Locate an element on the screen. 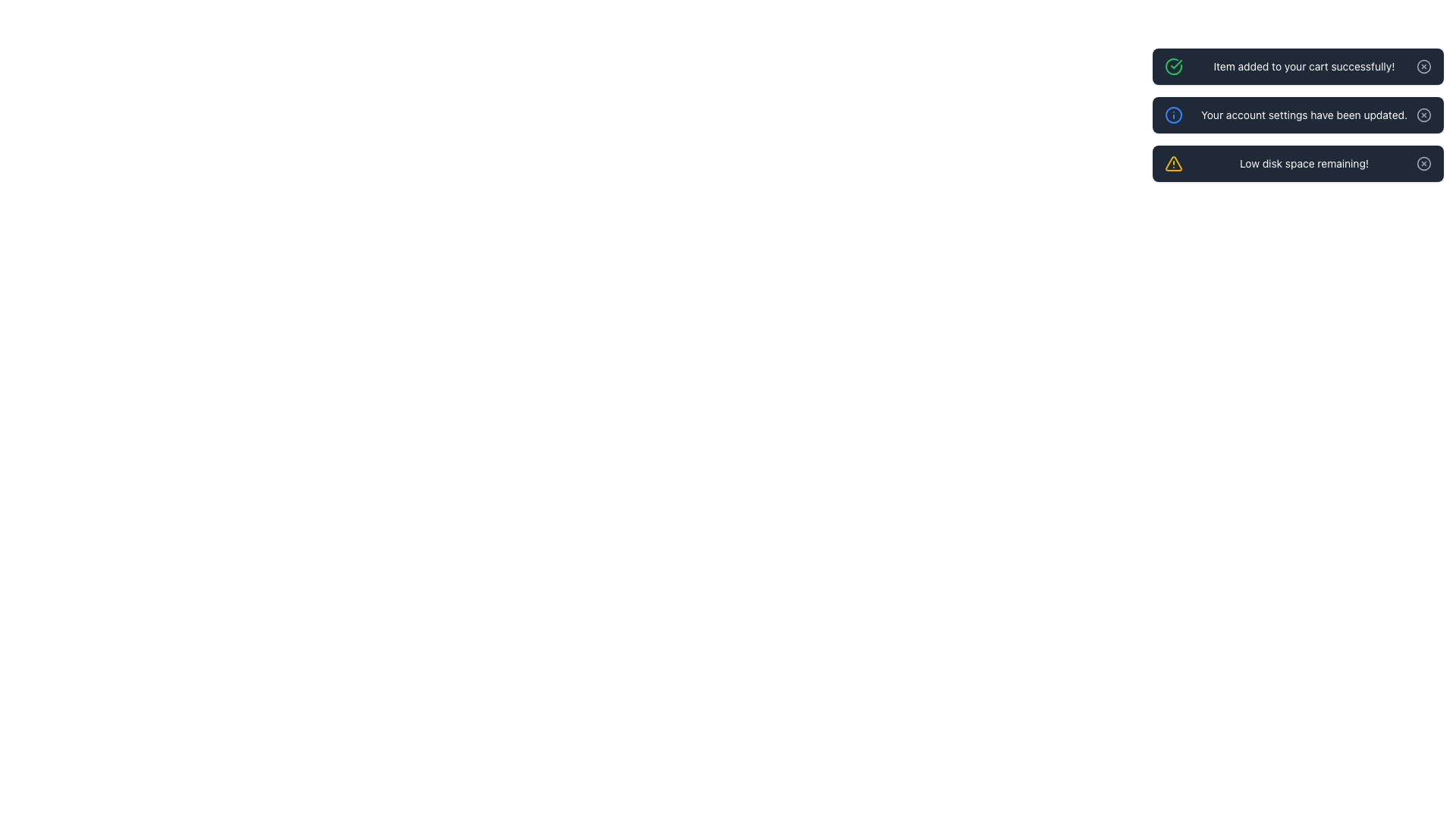 This screenshot has height=819, width=1456. the appearance of the circular 'close' icon decoration located at the bottom-right corner of the notification box with the text 'Low disk space remaining!' is located at coordinates (1423, 164).